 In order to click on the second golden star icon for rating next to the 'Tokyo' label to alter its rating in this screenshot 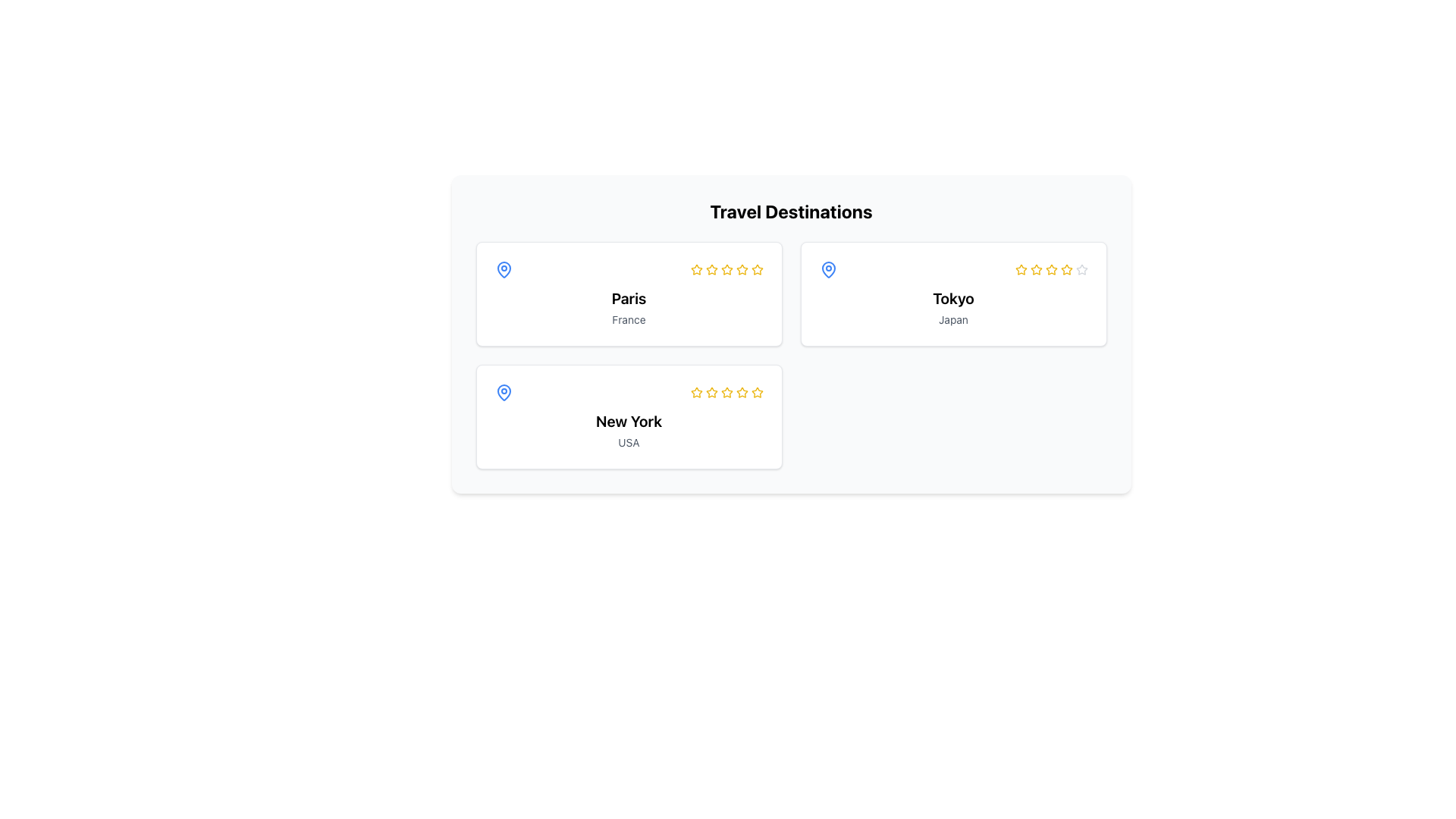, I will do `click(1021, 268)`.